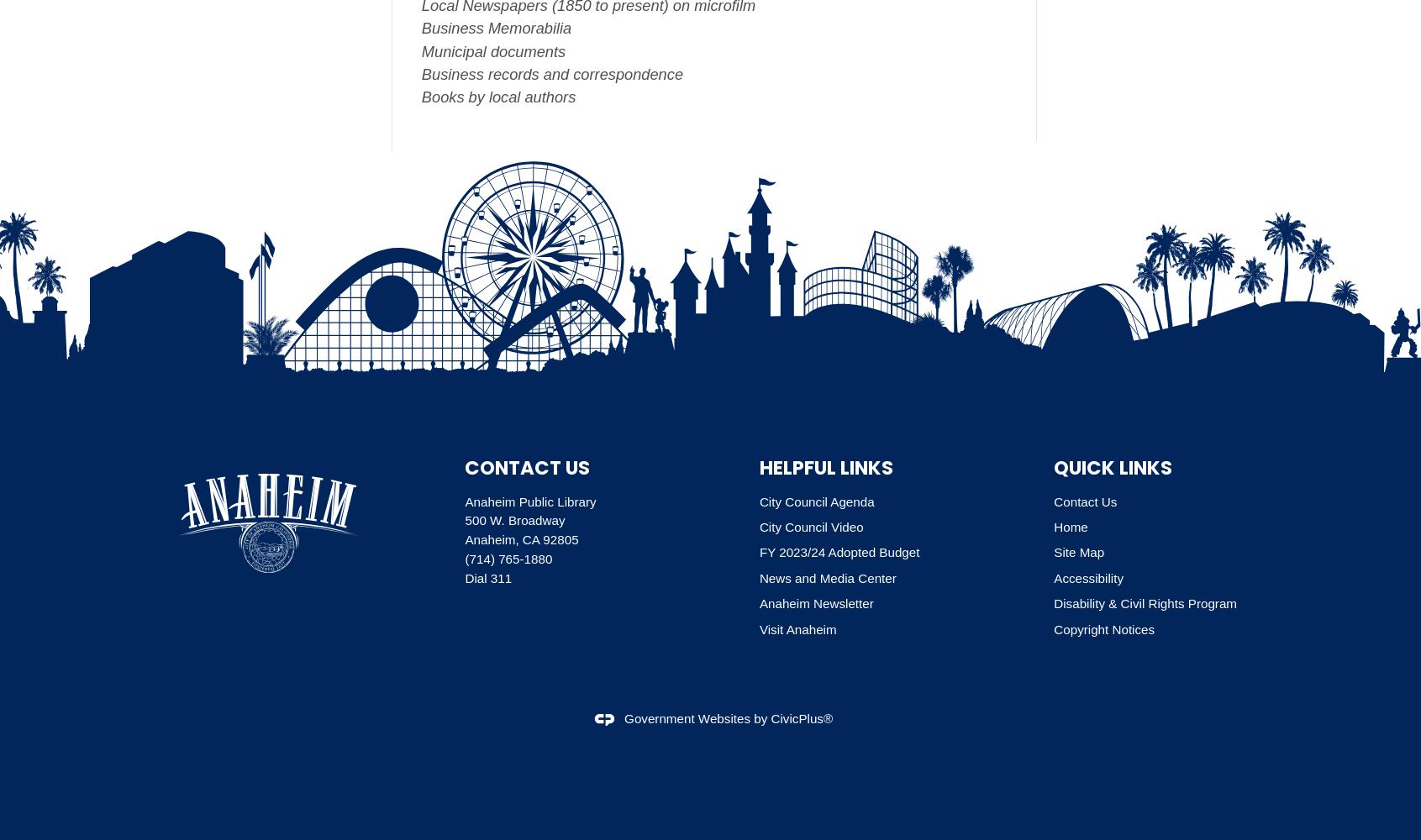 This screenshot has height=840, width=1421. I want to click on 'City Council Agenda', so click(758, 500).